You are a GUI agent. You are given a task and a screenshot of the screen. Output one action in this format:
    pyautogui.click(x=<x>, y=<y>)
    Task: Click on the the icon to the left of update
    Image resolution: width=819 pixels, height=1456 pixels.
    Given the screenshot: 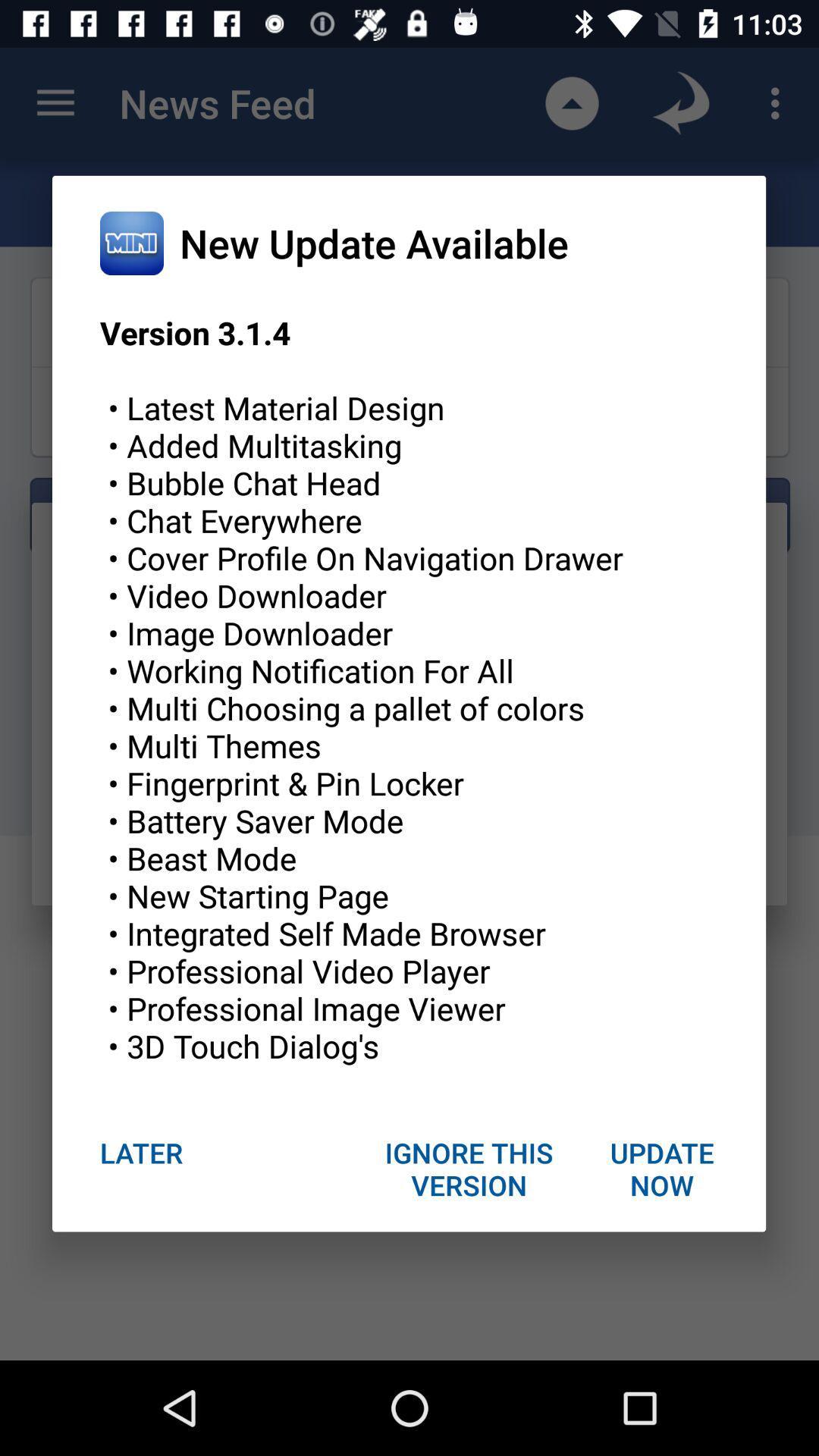 What is the action you would take?
    pyautogui.click(x=469, y=1168)
    